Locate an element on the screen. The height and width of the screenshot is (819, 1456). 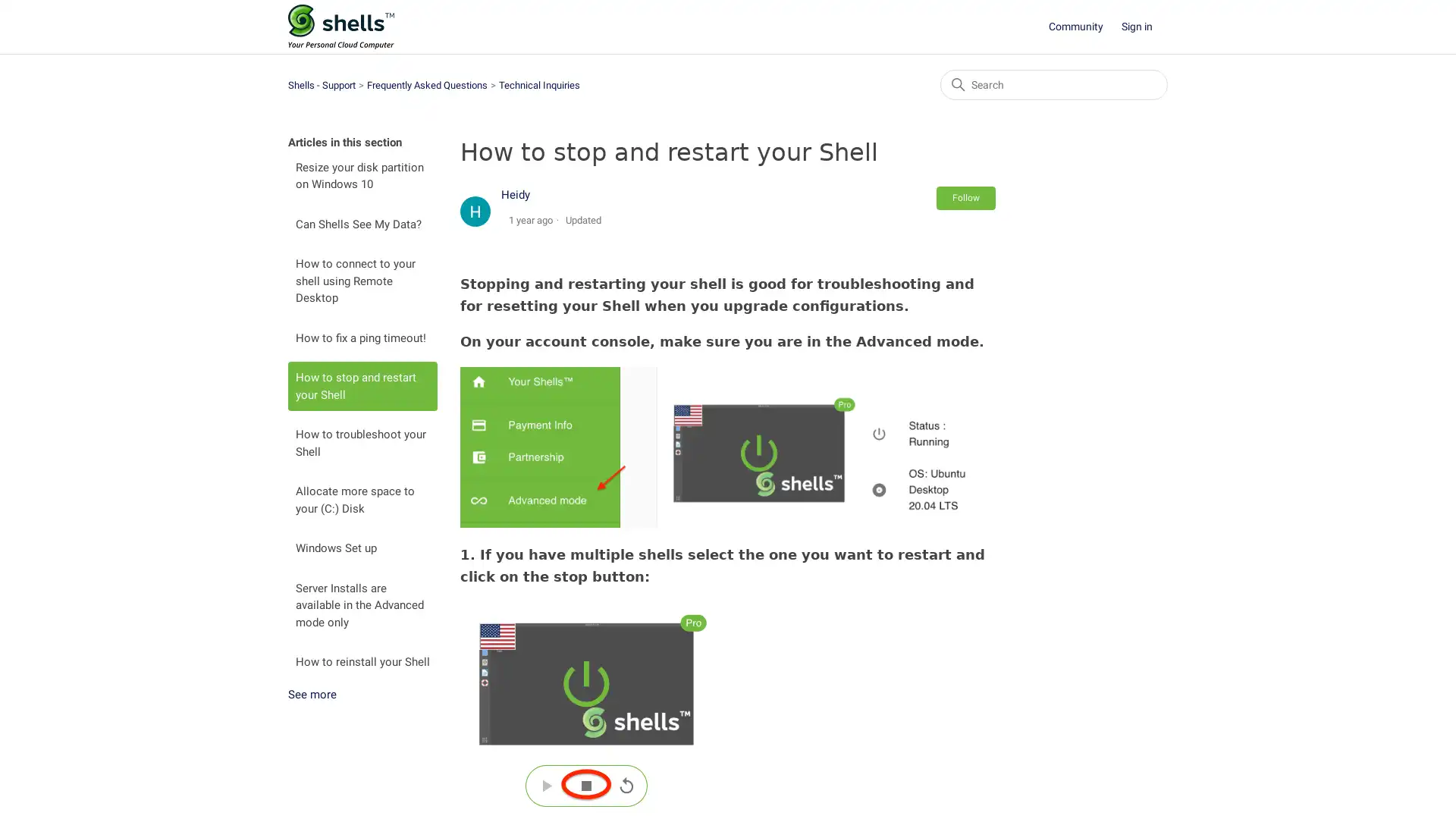
Sign in is located at coordinates (1144, 27).